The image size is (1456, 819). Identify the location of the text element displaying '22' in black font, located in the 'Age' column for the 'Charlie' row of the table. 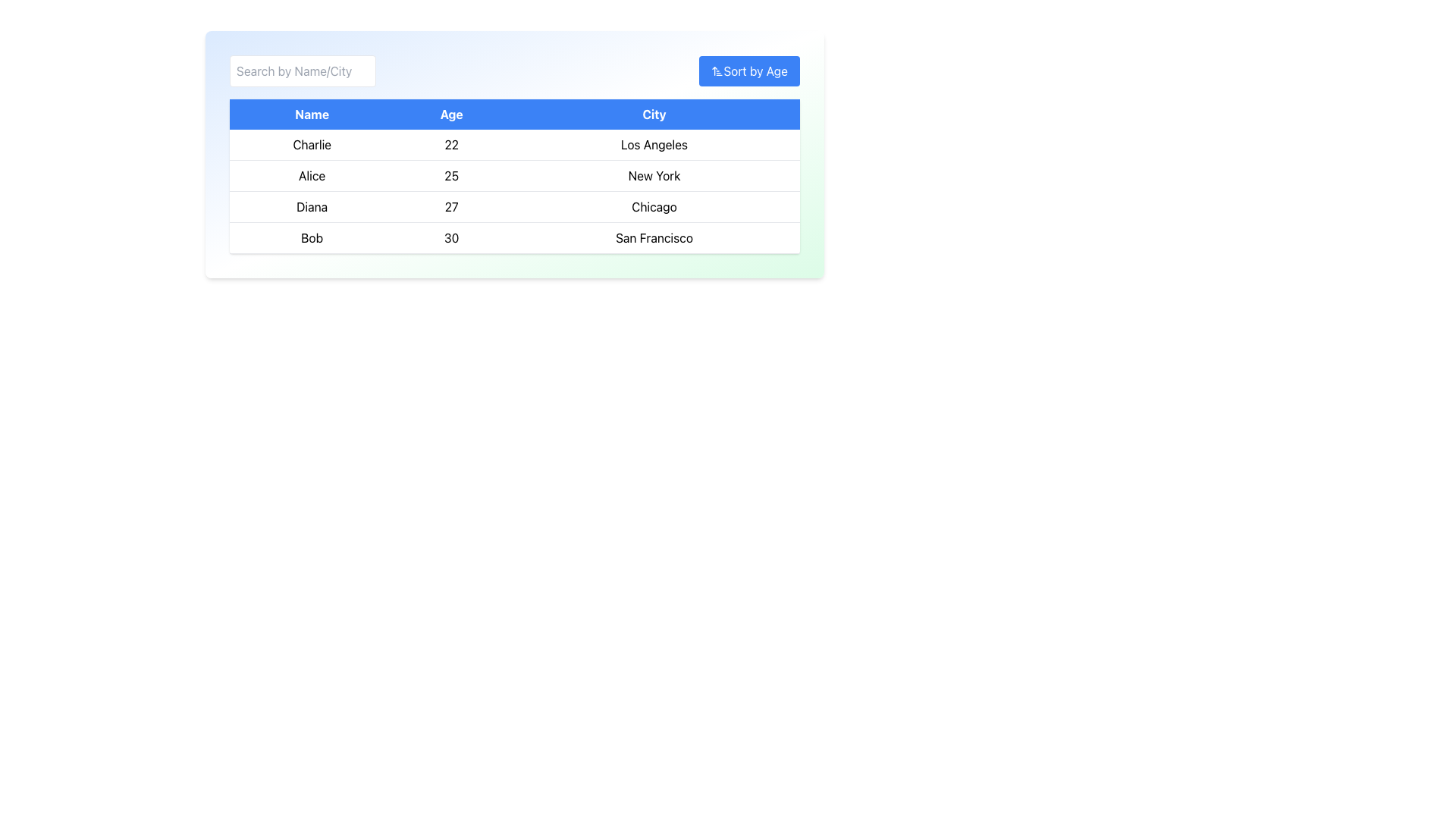
(450, 145).